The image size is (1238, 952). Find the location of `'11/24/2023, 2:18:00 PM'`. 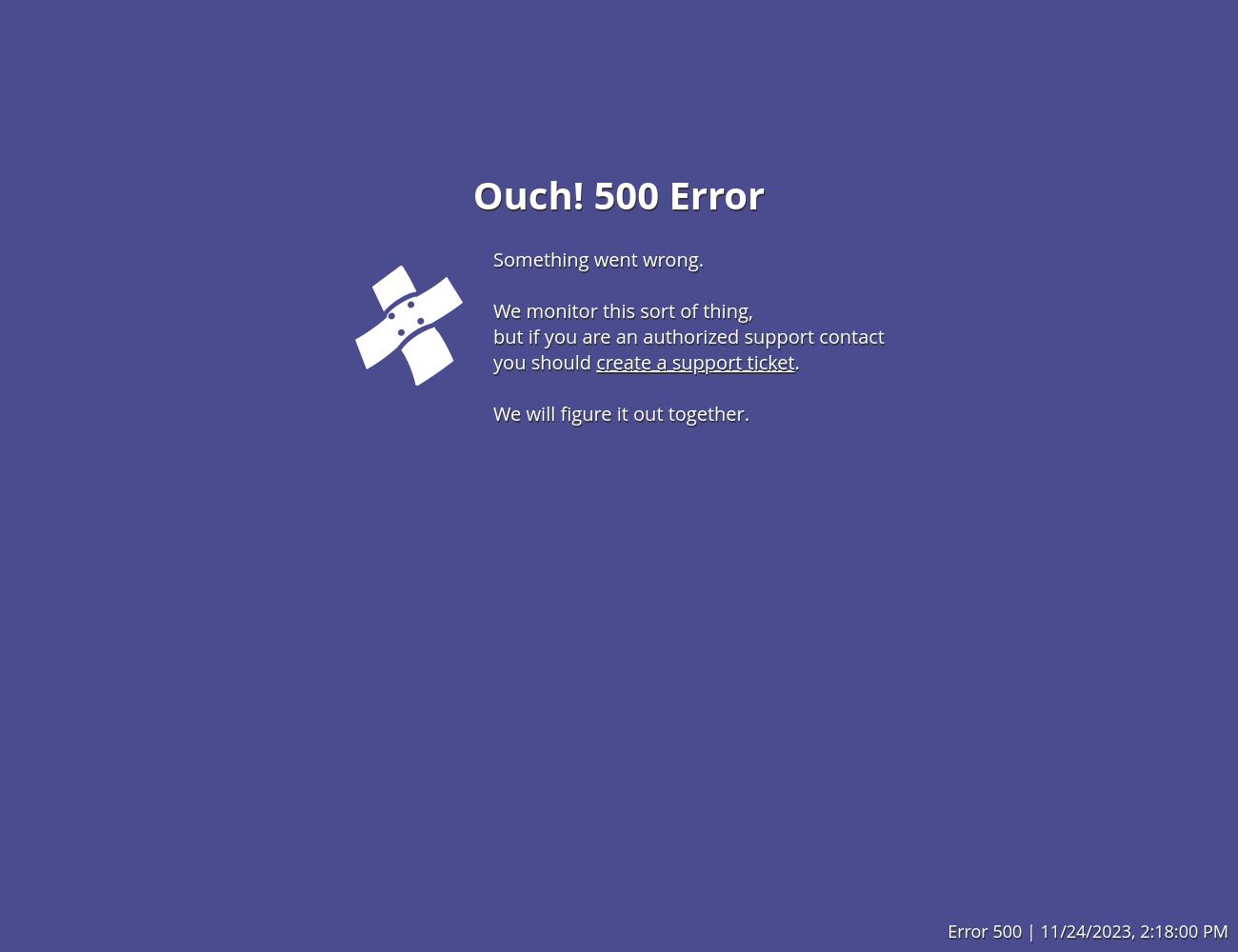

'11/24/2023, 2:18:00 PM' is located at coordinates (1134, 930).